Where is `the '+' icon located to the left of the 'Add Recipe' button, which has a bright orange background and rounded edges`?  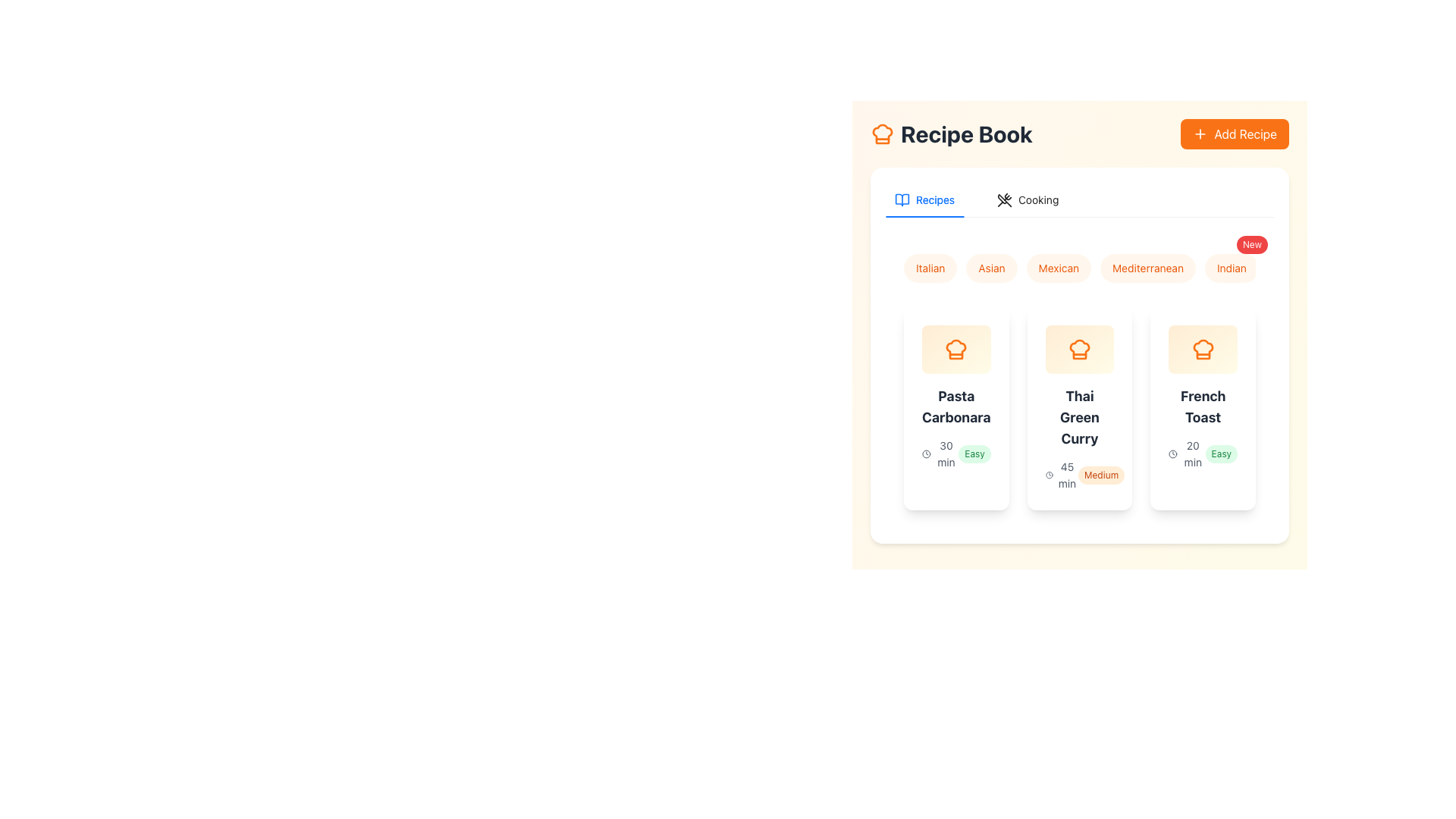 the '+' icon located to the left of the 'Add Recipe' button, which has a bright orange background and rounded edges is located at coordinates (1200, 133).